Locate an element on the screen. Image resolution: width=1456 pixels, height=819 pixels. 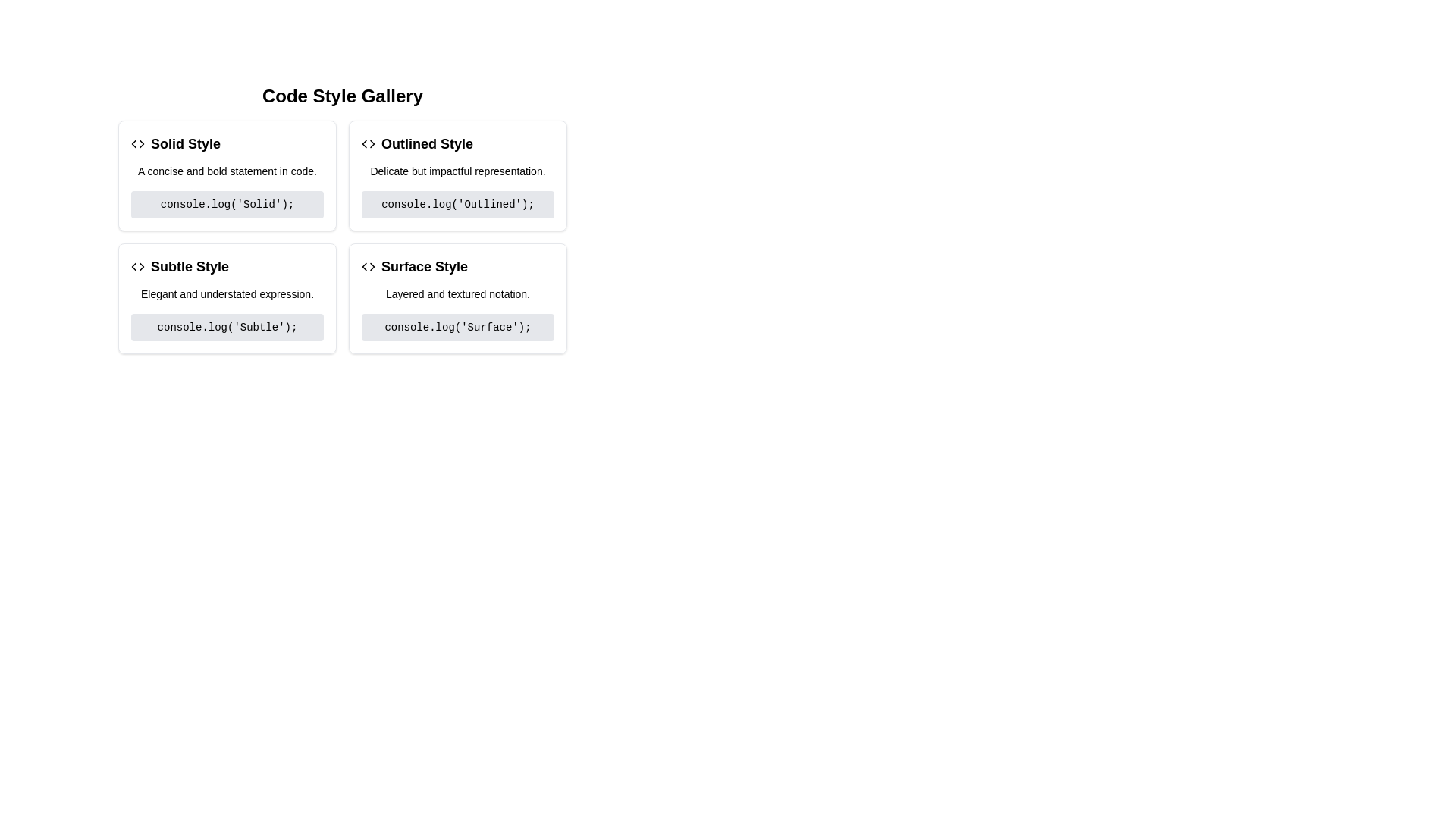
the coding icon in the 'Surface Style' section of the 'Code Style Gallery', located to the left of the 'Surface Style' title text is located at coordinates (368, 265).